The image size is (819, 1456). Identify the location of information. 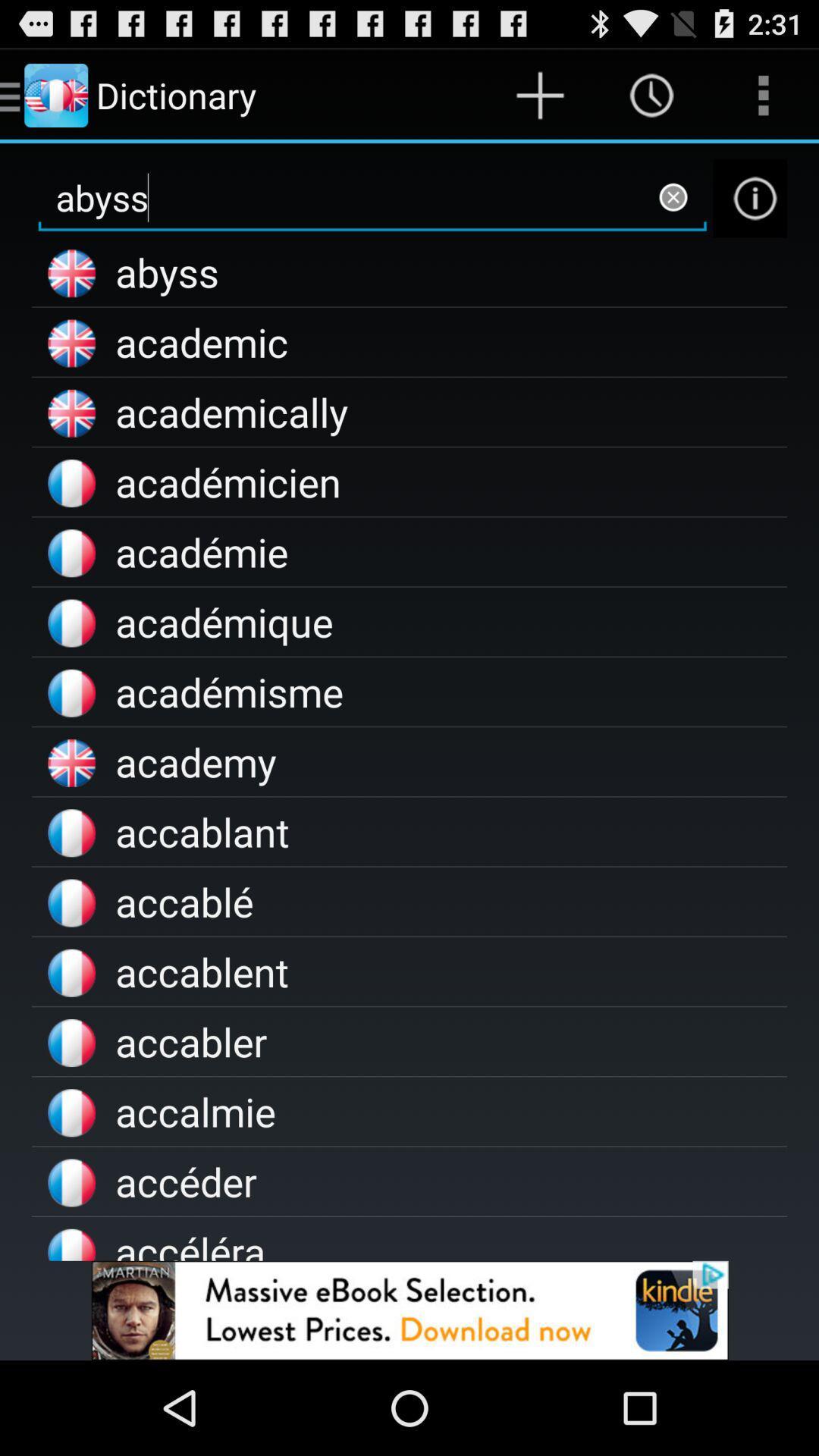
(749, 197).